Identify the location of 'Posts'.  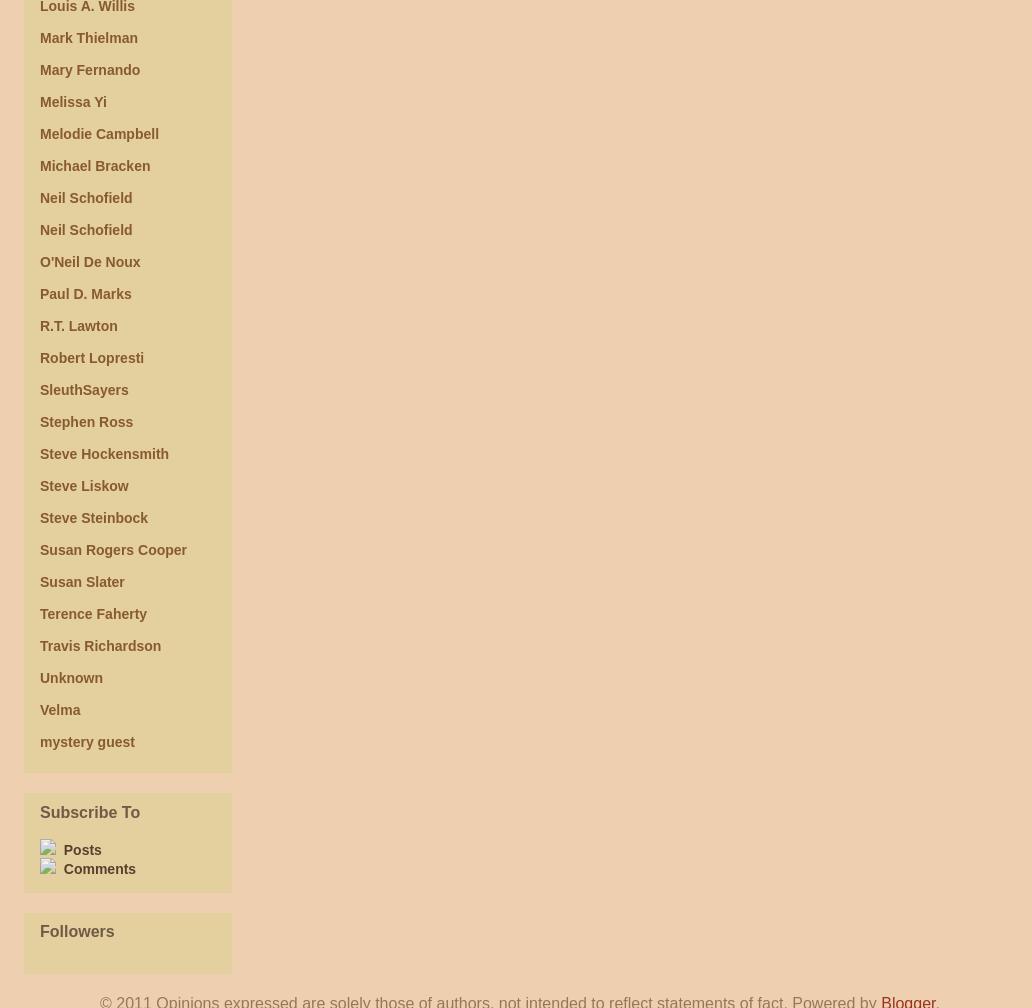
(79, 849).